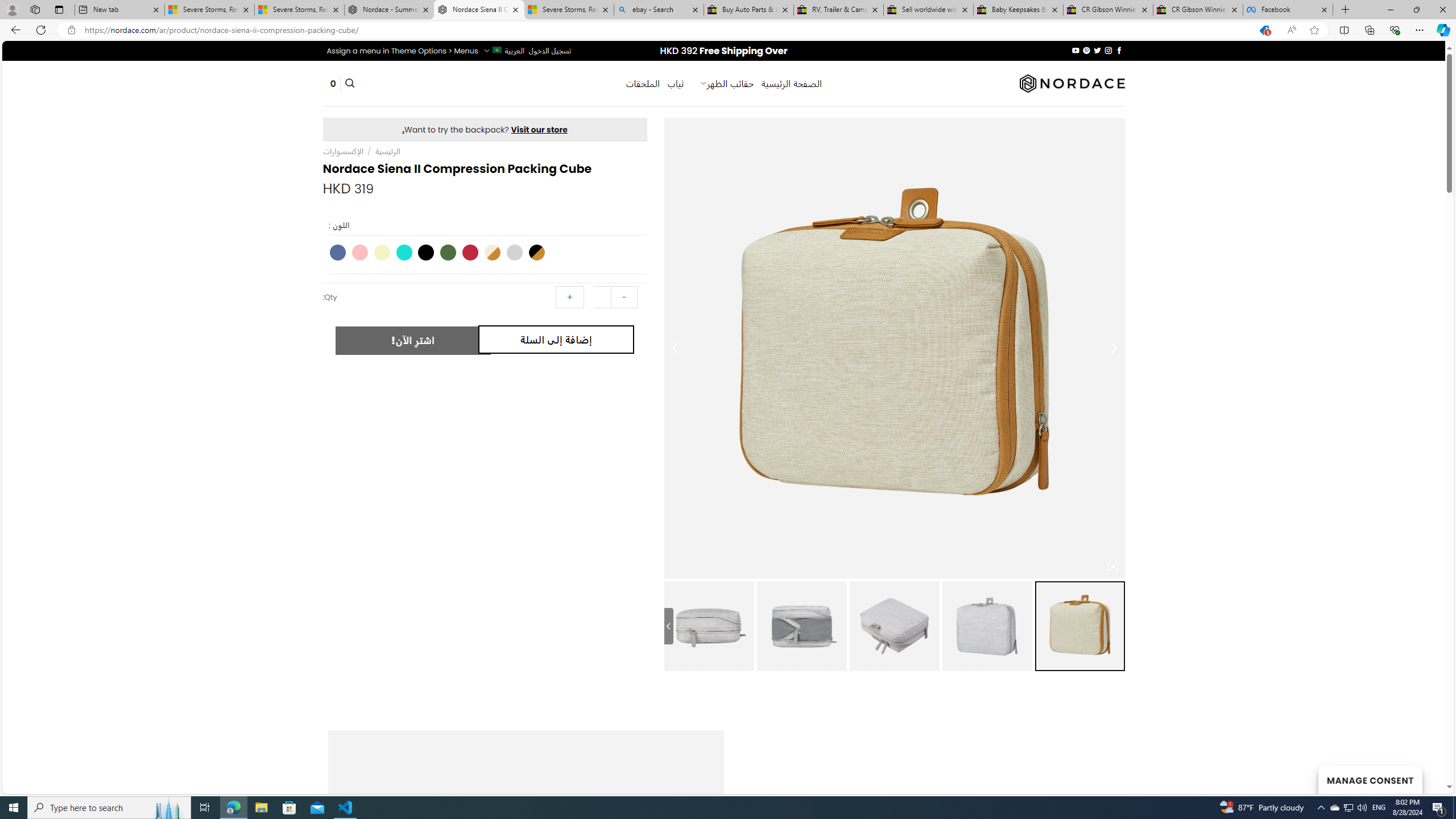 This screenshot has width=1456, height=819. I want to click on 'Read aloud this page (Ctrl+Shift+U)', so click(1291, 30).